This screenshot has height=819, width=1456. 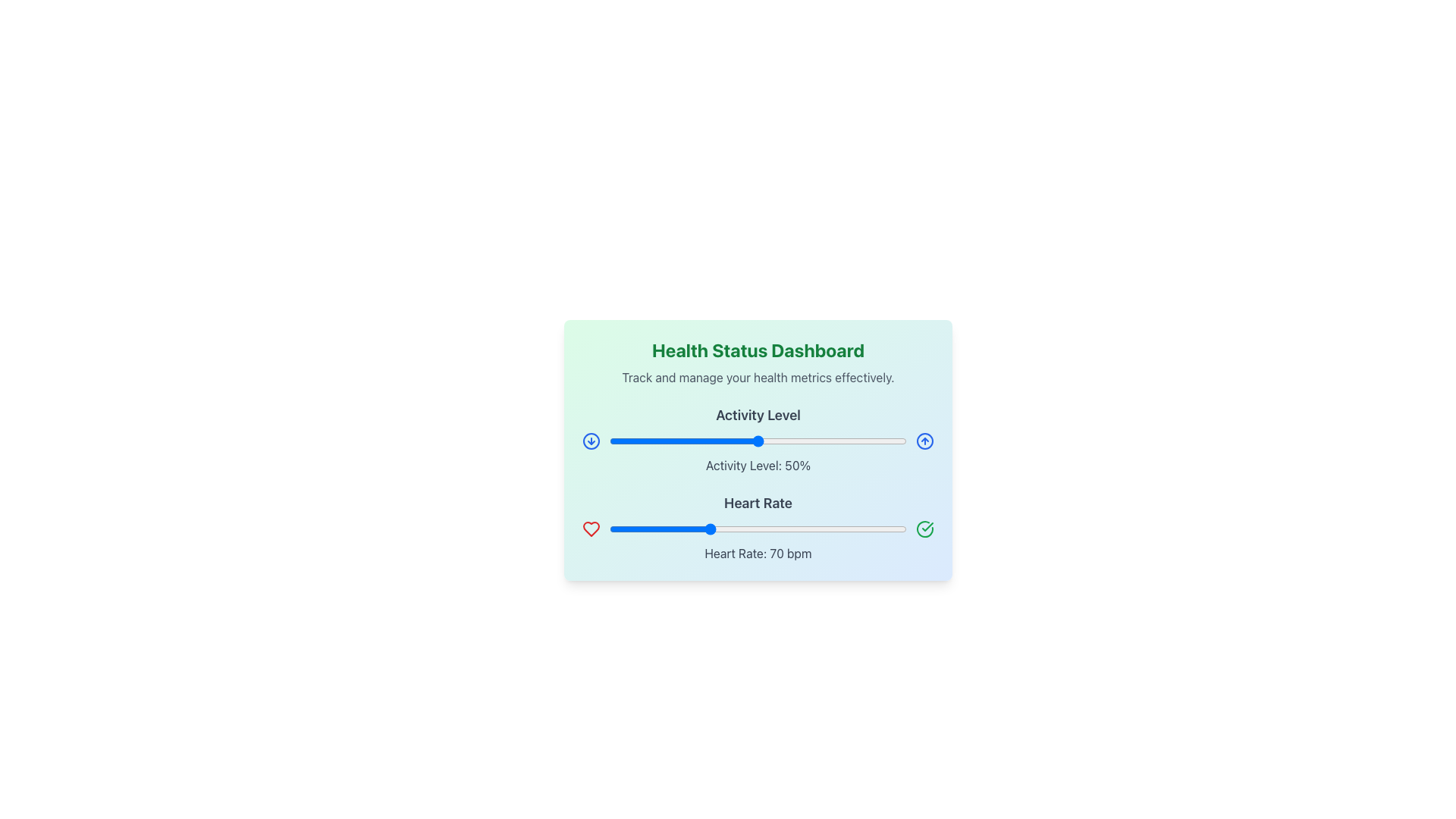 I want to click on heart rate, so click(x=775, y=529).